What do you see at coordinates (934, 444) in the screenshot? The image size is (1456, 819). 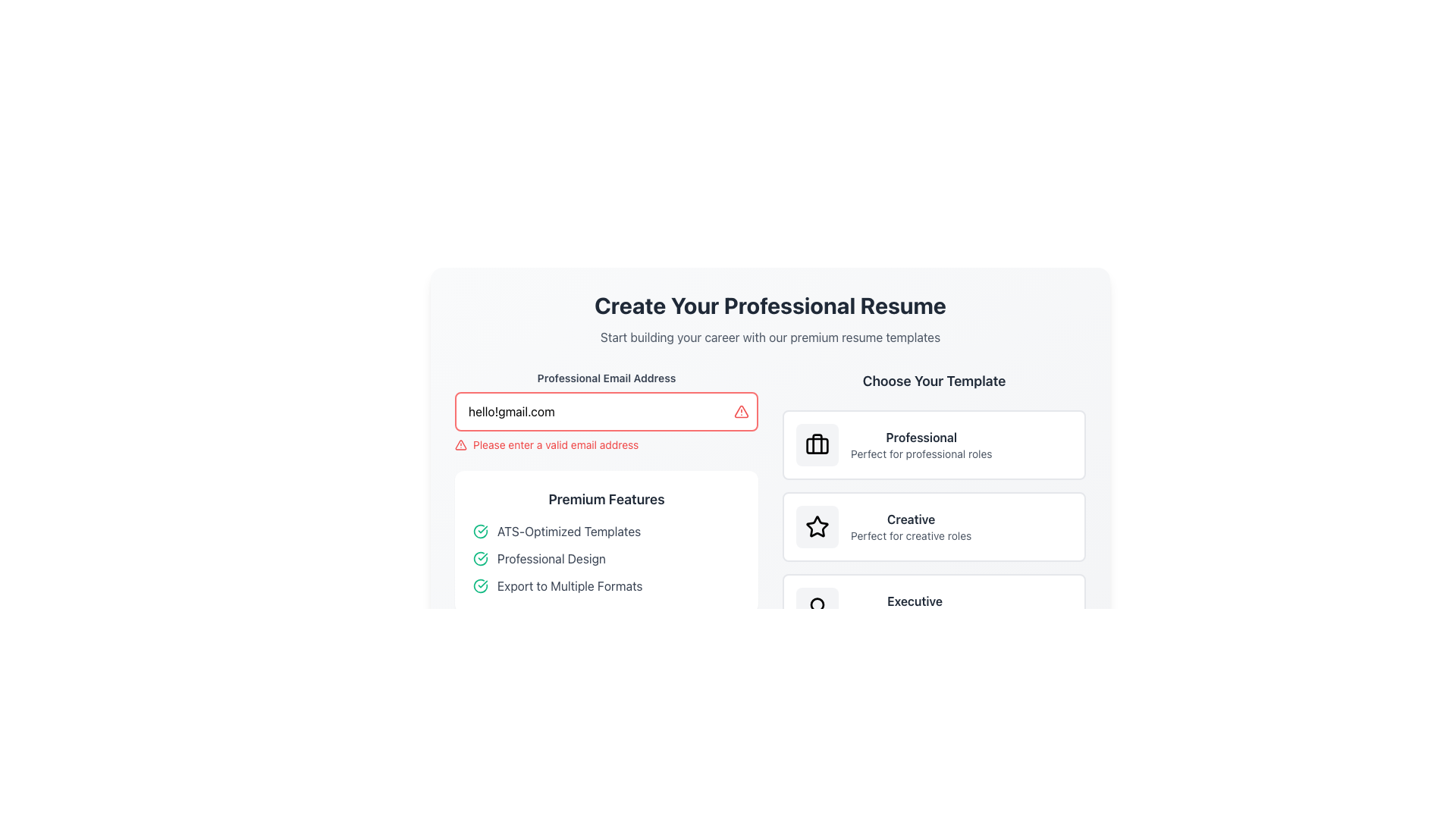 I see `the 'Professional' selectable template option in the 'Choose Your Template' section` at bounding box center [934, 444].